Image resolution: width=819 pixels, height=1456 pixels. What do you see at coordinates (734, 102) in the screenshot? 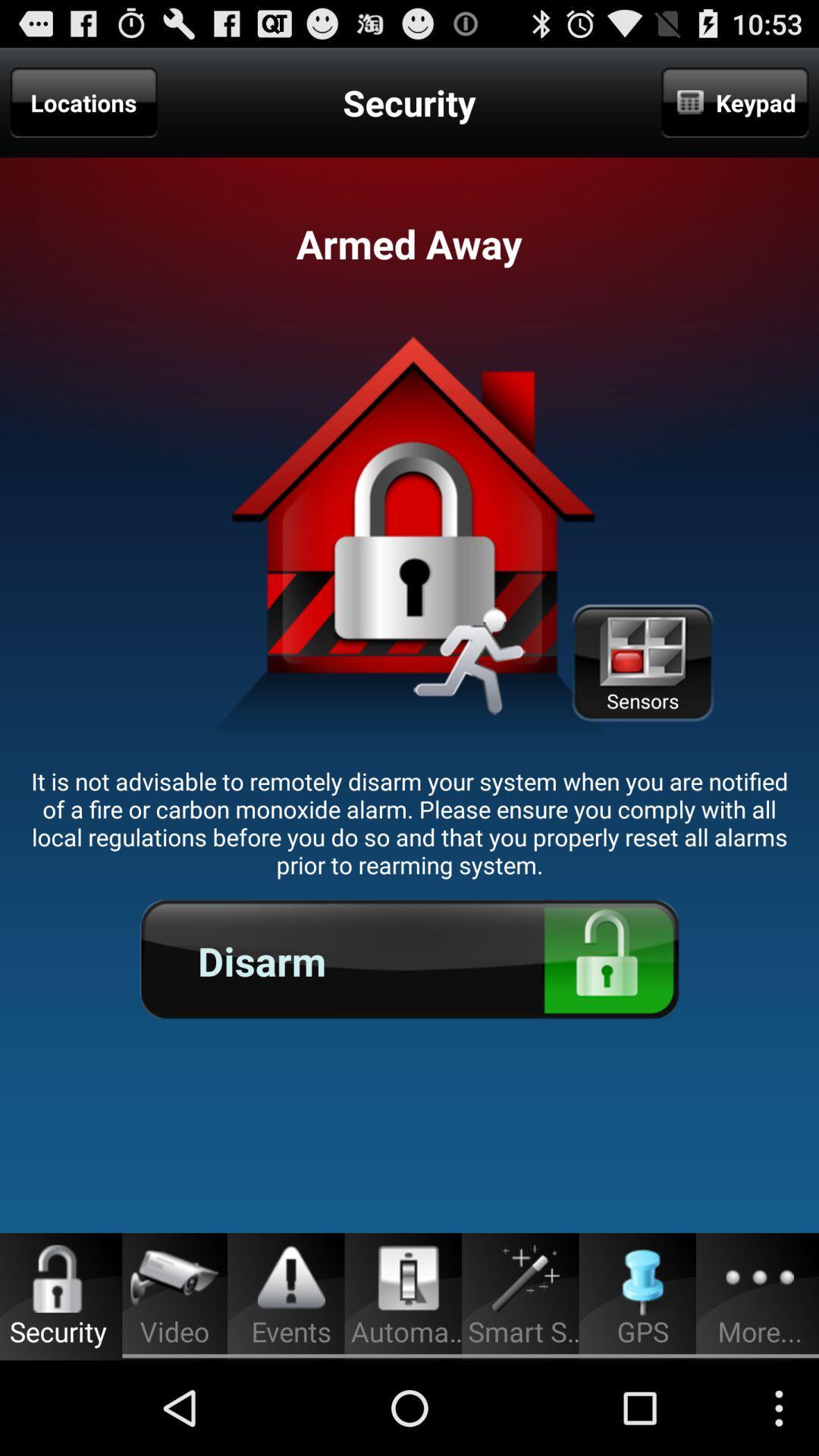
I see `the keypad at the top right corner` at bounding box center [734, 102].